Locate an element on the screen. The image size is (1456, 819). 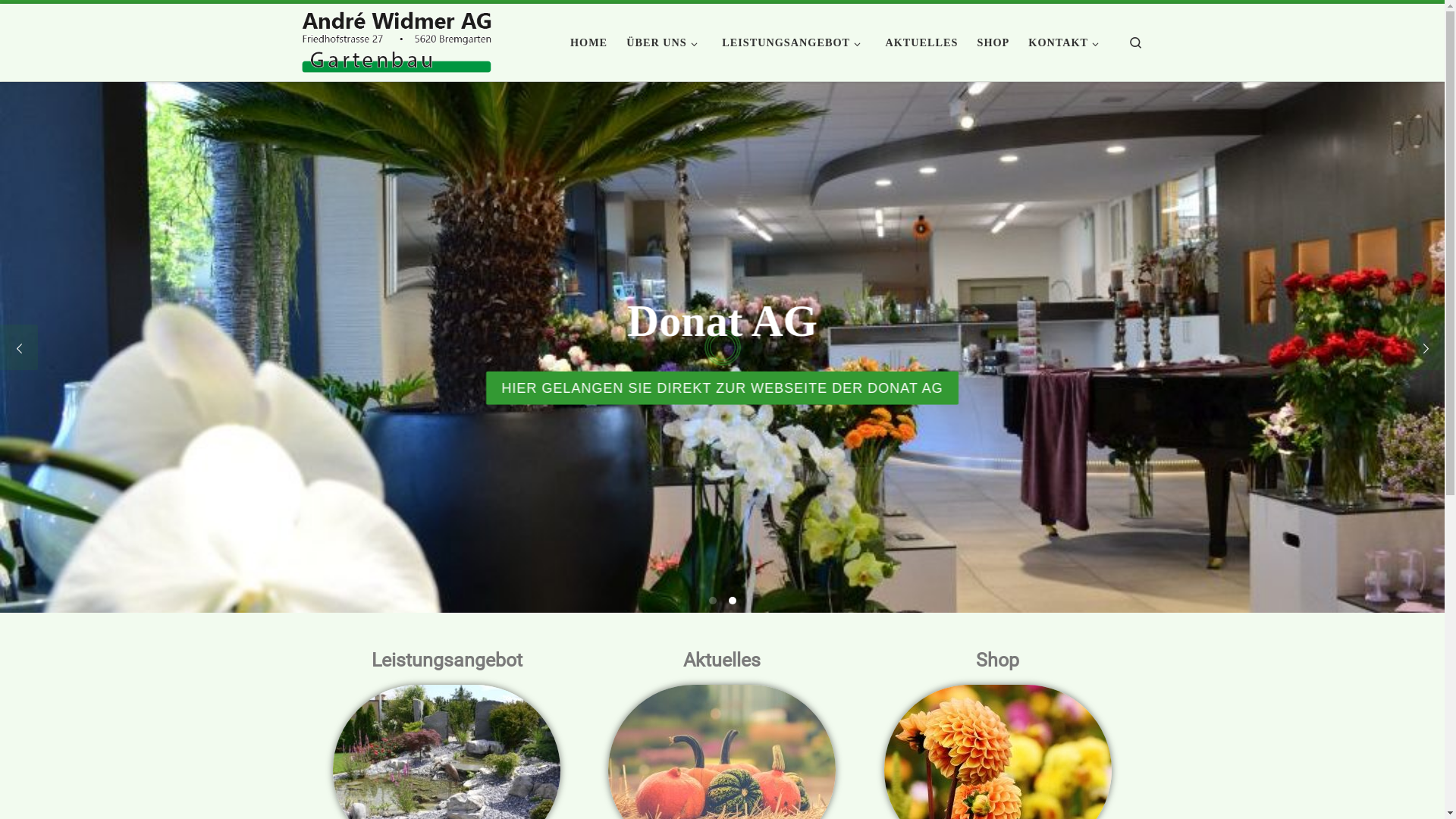
'Zum Inhalt springen' is located at coordinates (70, 20).